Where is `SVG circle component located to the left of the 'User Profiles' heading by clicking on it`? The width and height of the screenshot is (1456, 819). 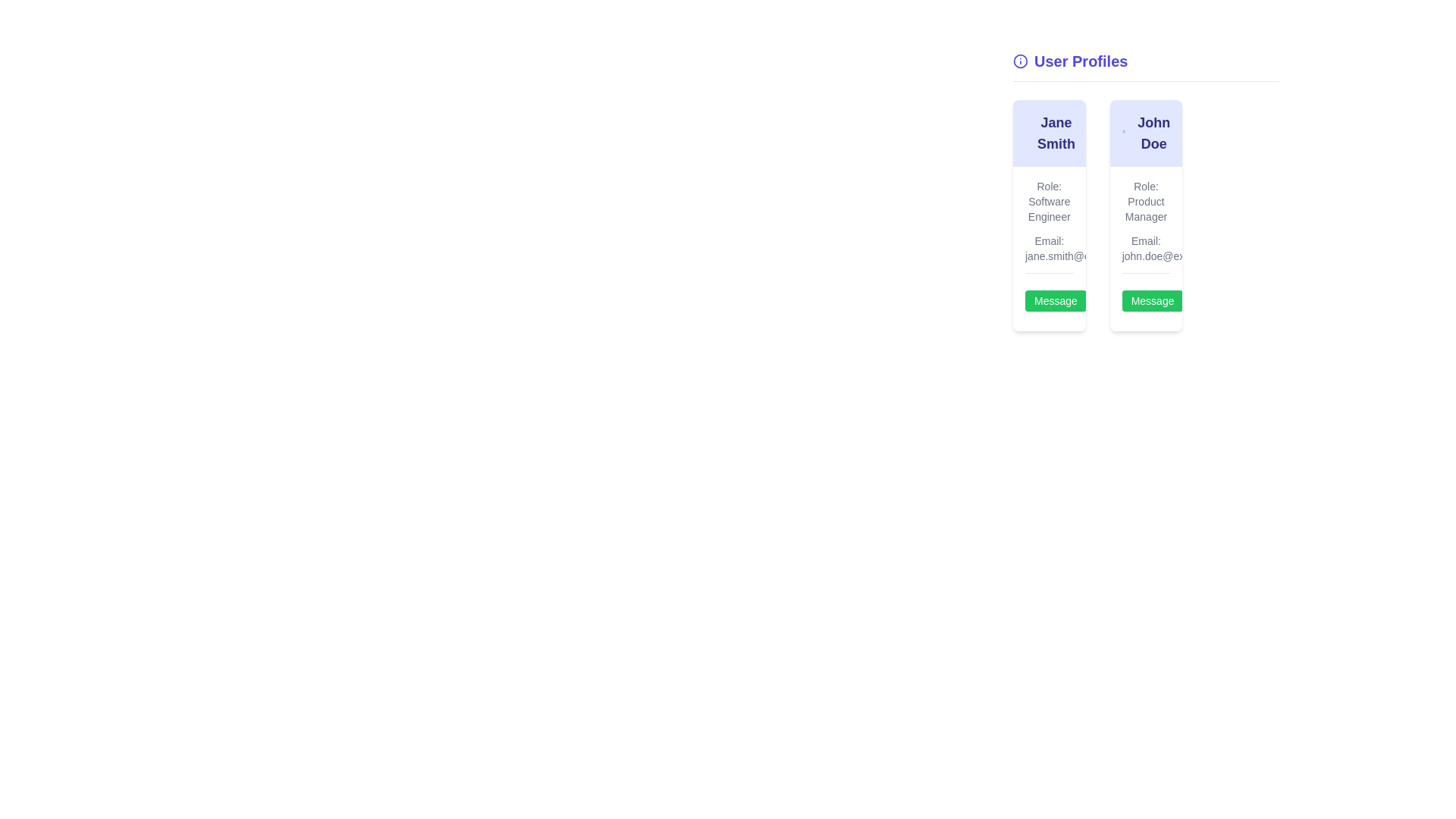 SVG circle component located to the left of the 'User Profiles' heading by clicking on it is located at coordinates (1020, 61).